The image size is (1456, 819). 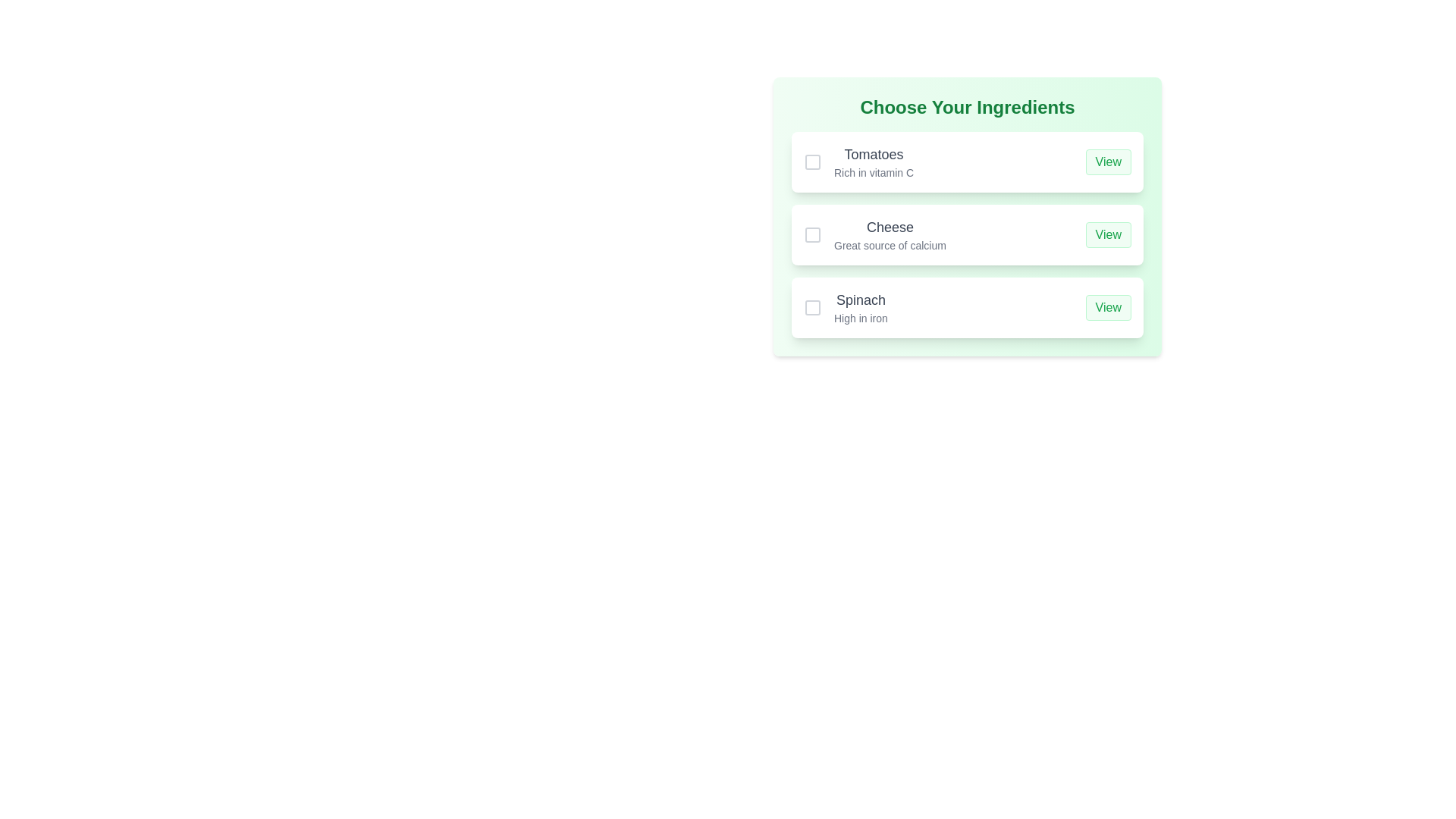 I want to click on the text label that provides nutritional information about 'Spinach', which is positioned underneath the 'Spinach' text in the third row of the 'Choose Your Ingredients' list, so click(x=861, y=318).